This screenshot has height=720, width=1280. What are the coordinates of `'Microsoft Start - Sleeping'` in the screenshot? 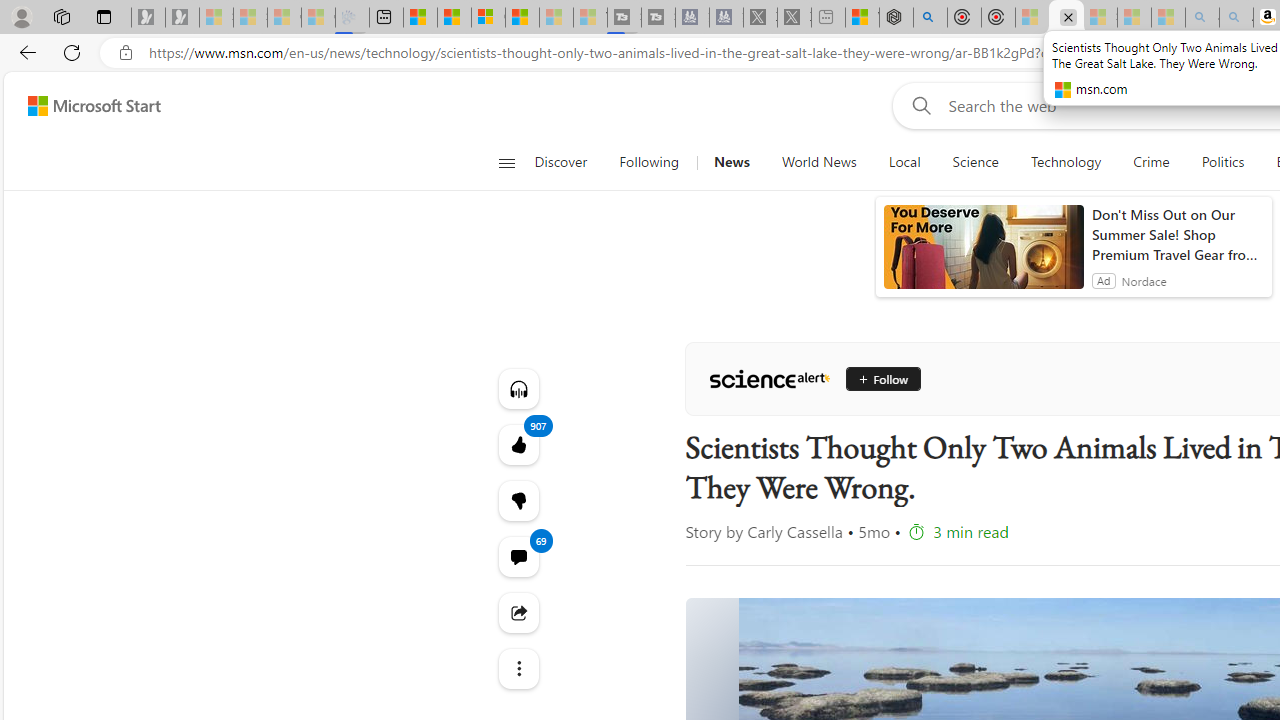 It's located at (556, 17).